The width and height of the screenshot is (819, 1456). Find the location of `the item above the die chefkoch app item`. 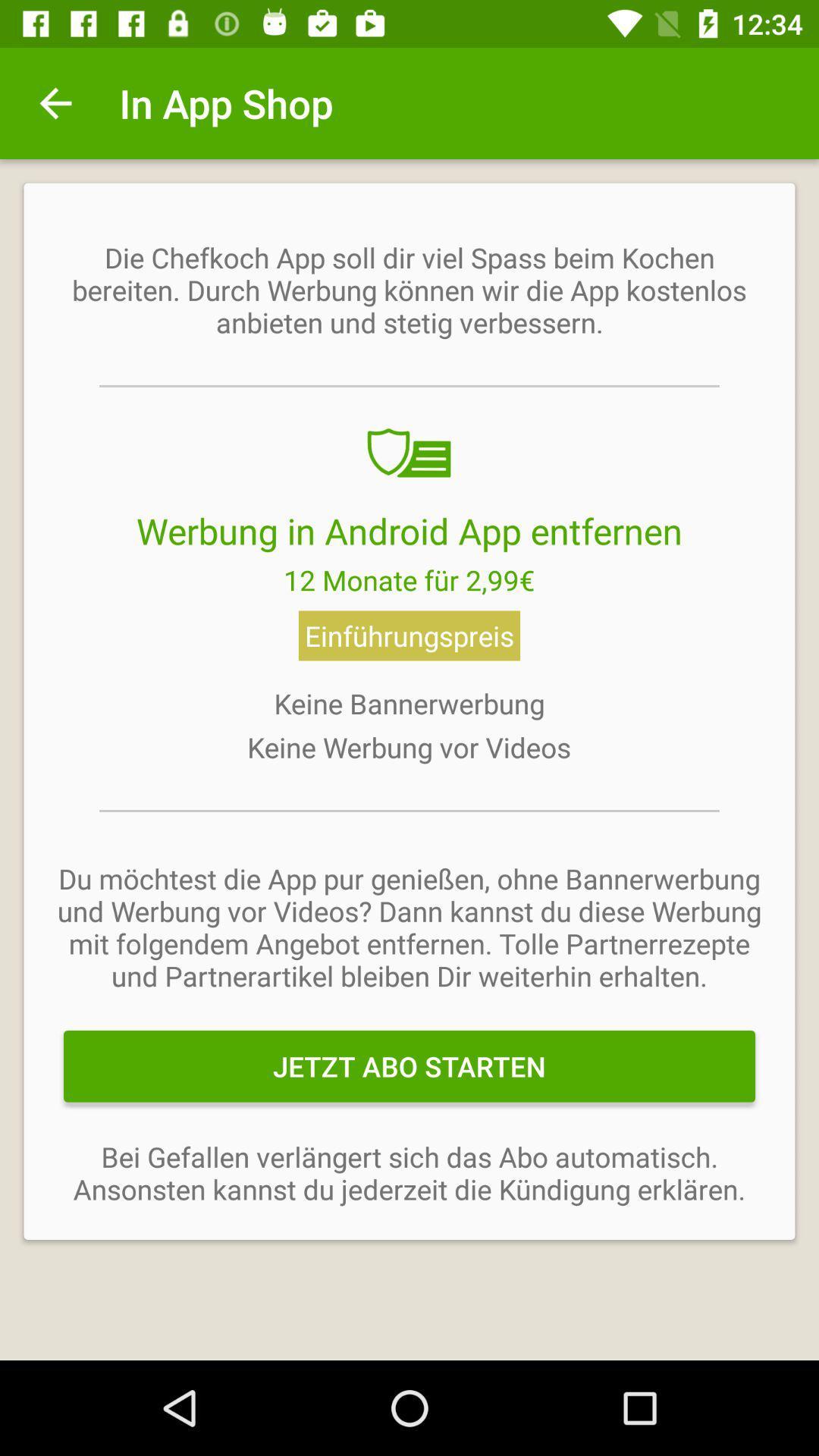

the item above the die chefkoch app item is located at coordinates (55, 102).